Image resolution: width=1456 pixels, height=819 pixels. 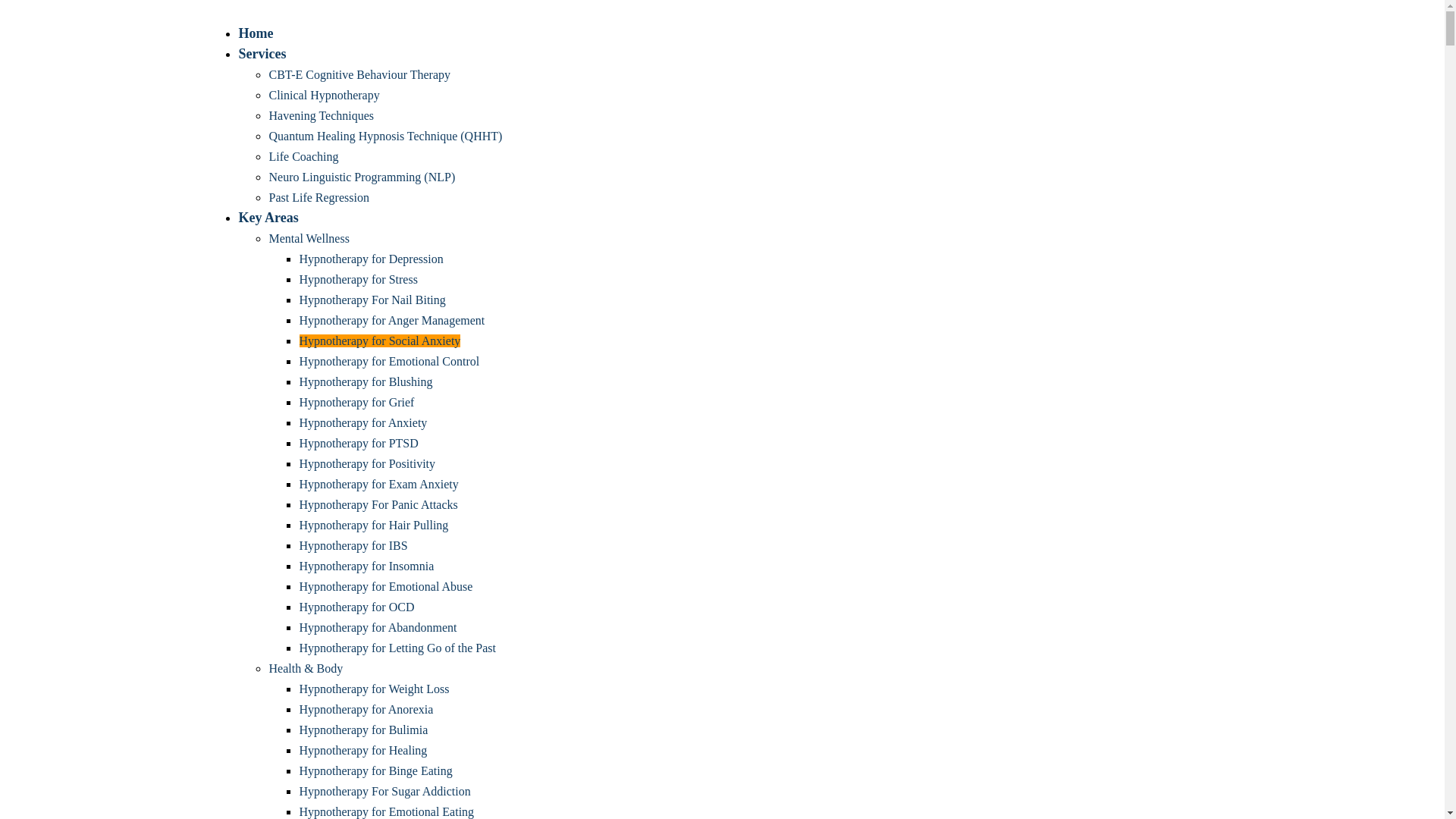 What do you see at coordinates (367, 463) in the screenshot?
I see `'Hypnotherapy for Positivity'` at bounding box center [367, 463].